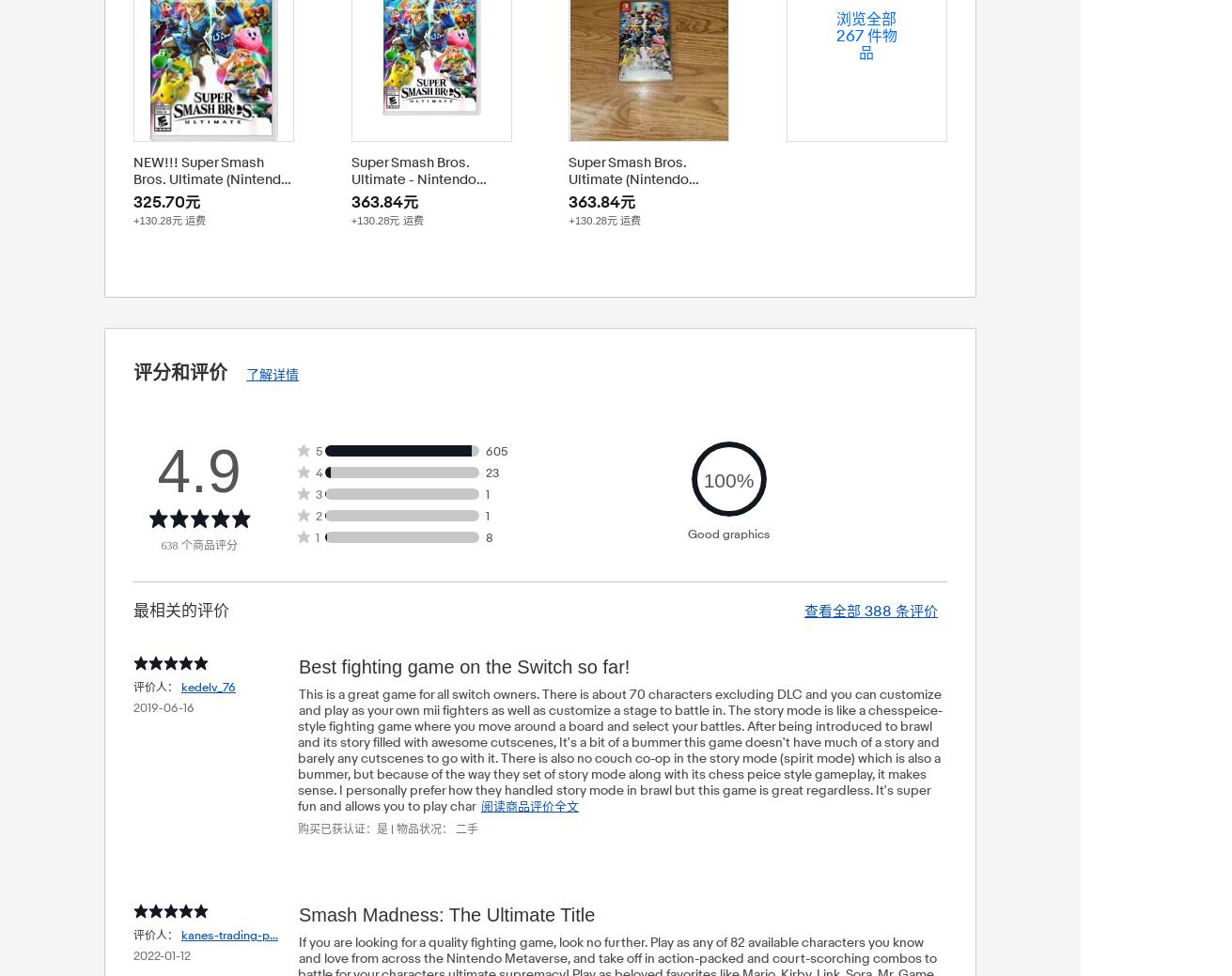 The height and width of the screenshot is (976, 1232). Describe the element at coordinates (391, 829) in the screenshot. I see `'|'` at that location.